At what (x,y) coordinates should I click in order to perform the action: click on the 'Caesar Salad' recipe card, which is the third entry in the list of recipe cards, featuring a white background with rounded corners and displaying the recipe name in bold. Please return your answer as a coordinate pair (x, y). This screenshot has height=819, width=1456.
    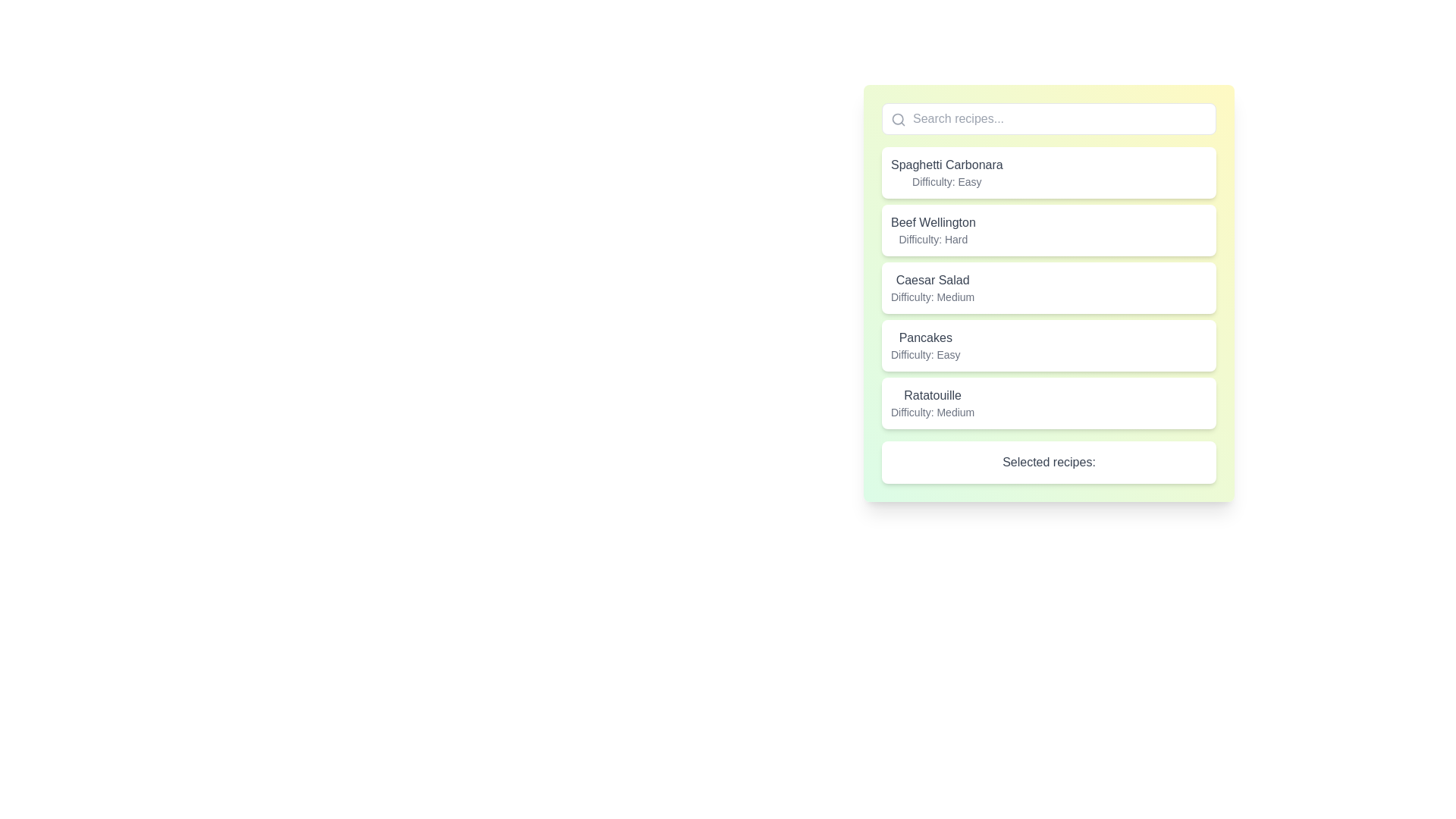
    Looking at the image, I should click on (1048, 288).